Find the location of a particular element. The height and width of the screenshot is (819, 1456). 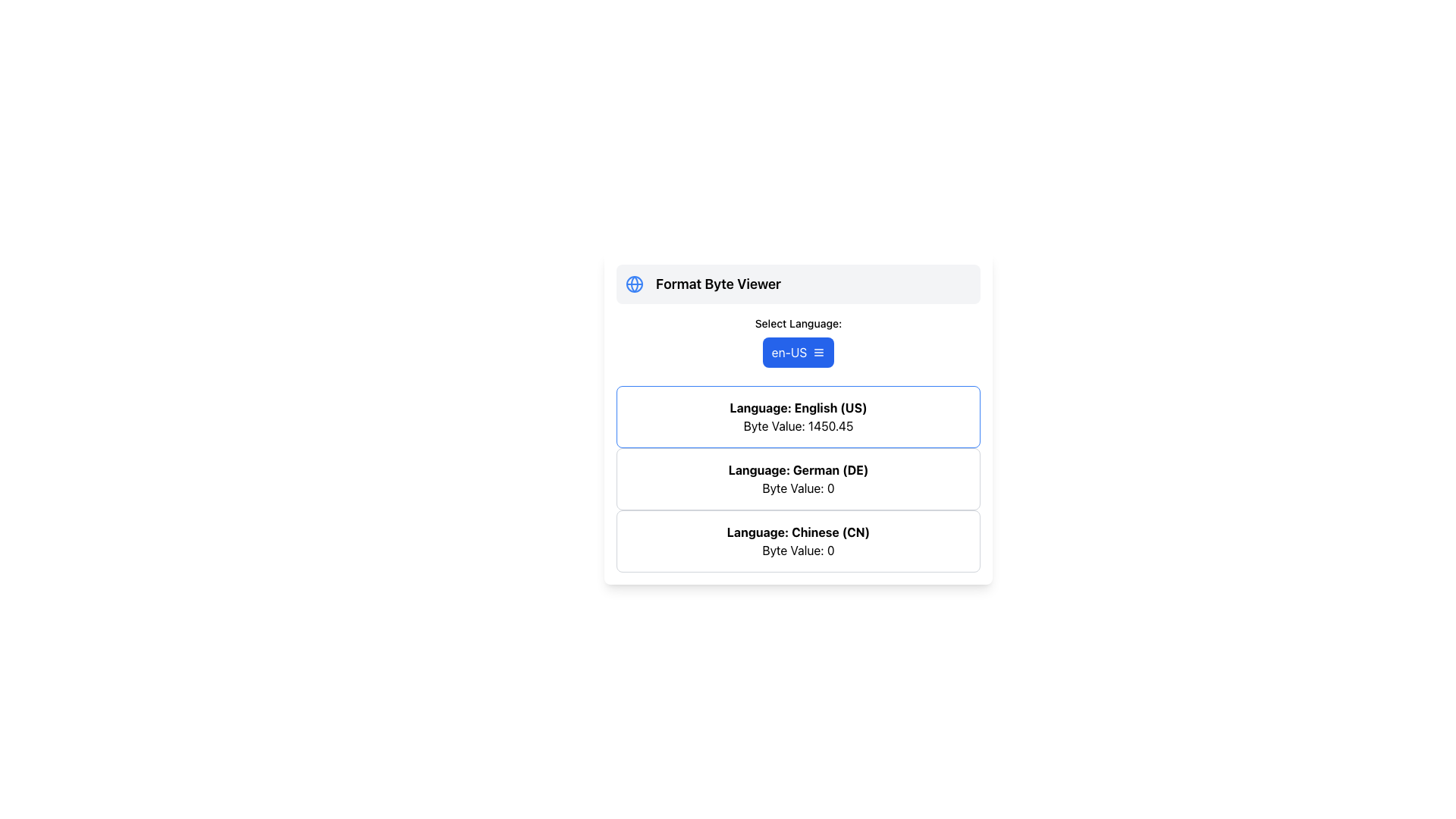

the textual display box styled as a card that shows 'Language: Chinese (CN)' and 'Byte Value: 0', which is the third option in the list is located at coordinates (797, 540).